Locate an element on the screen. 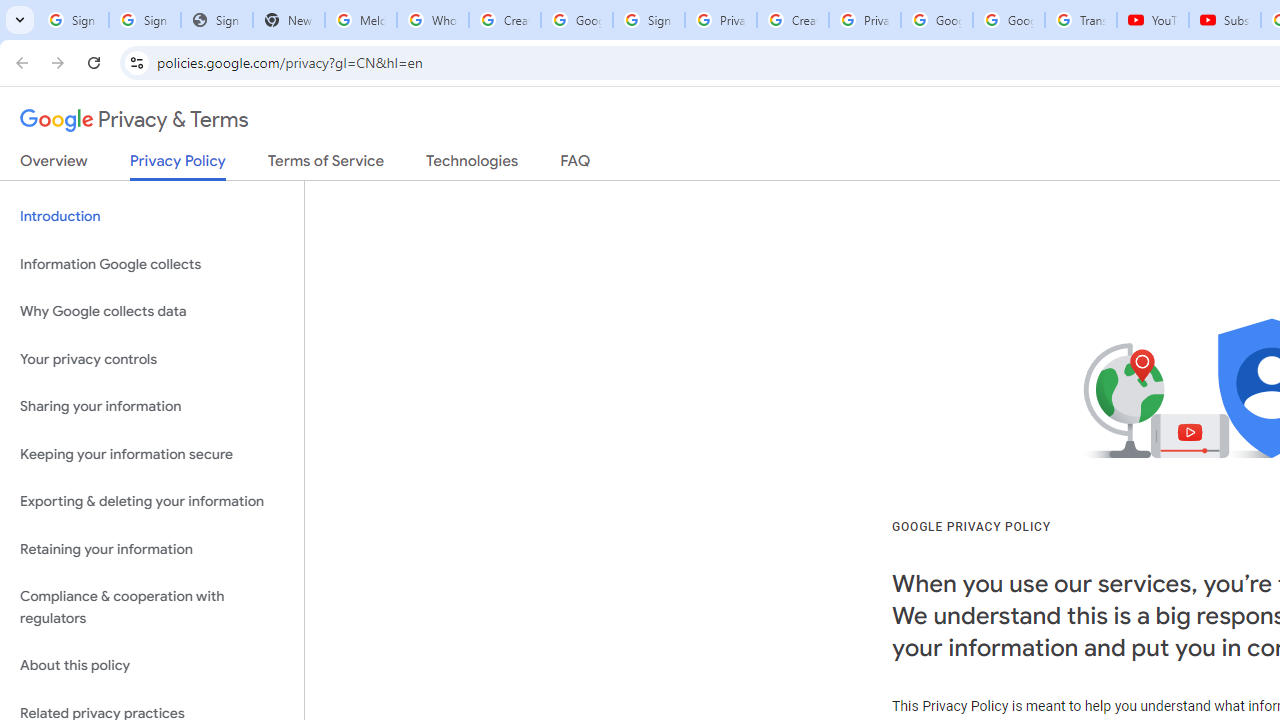 This screenshot has height=720, width=1280. 'Who is my administrator? - Google Account Help' is located at coordinates (431, 20).